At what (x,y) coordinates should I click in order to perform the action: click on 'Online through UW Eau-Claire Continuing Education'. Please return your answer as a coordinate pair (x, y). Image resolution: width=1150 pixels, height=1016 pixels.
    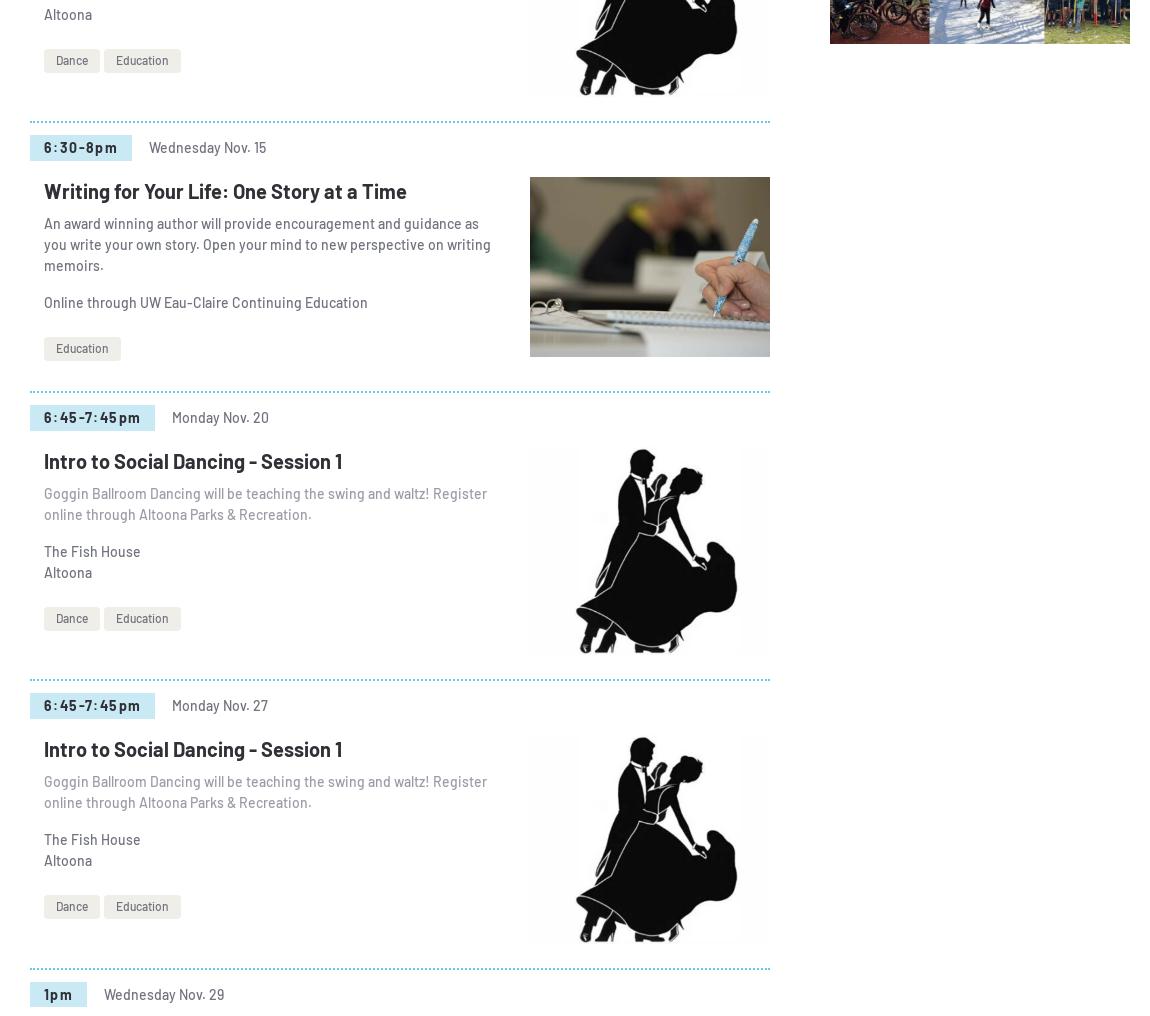
    Looking at the image, I should click on (204, 301).